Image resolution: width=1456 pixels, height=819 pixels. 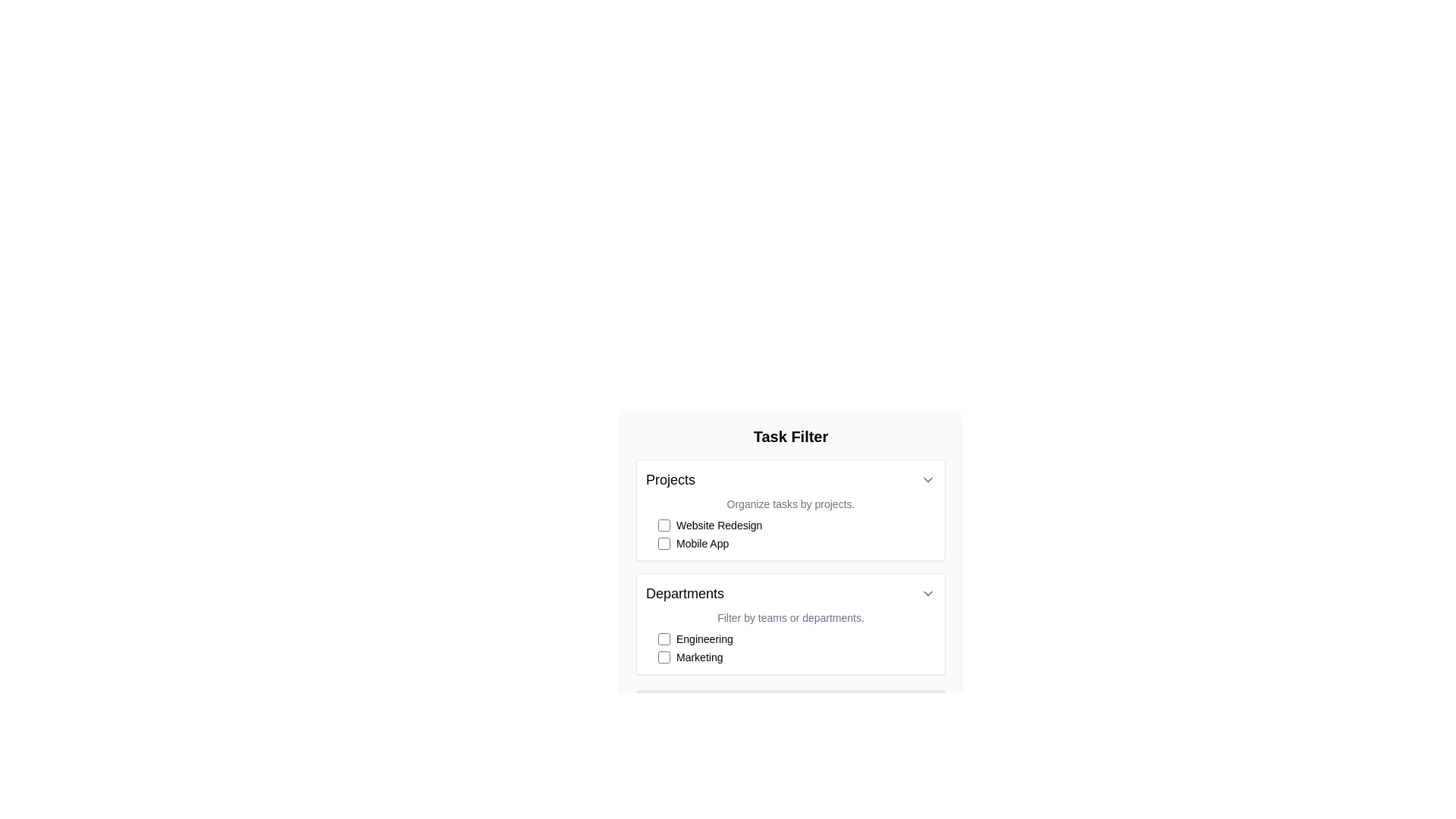 I want to click on the 'Website Redesign' checkbox in the 'Projects' section of the 'Task Filter' interface, so click(x=796, y=525).